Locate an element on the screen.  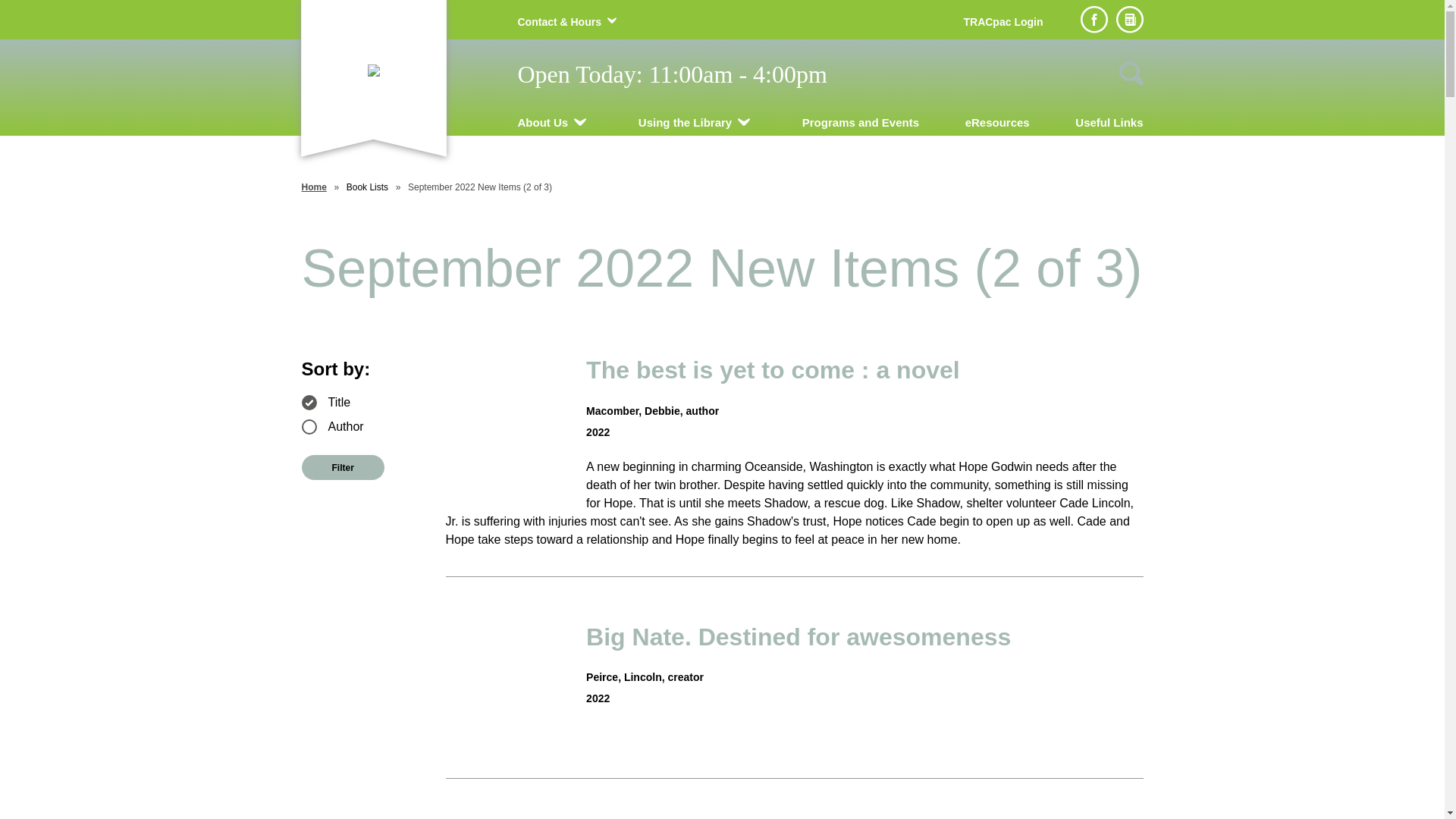
'The best is yet to come : a novel' is located at coordinates (445, 370).